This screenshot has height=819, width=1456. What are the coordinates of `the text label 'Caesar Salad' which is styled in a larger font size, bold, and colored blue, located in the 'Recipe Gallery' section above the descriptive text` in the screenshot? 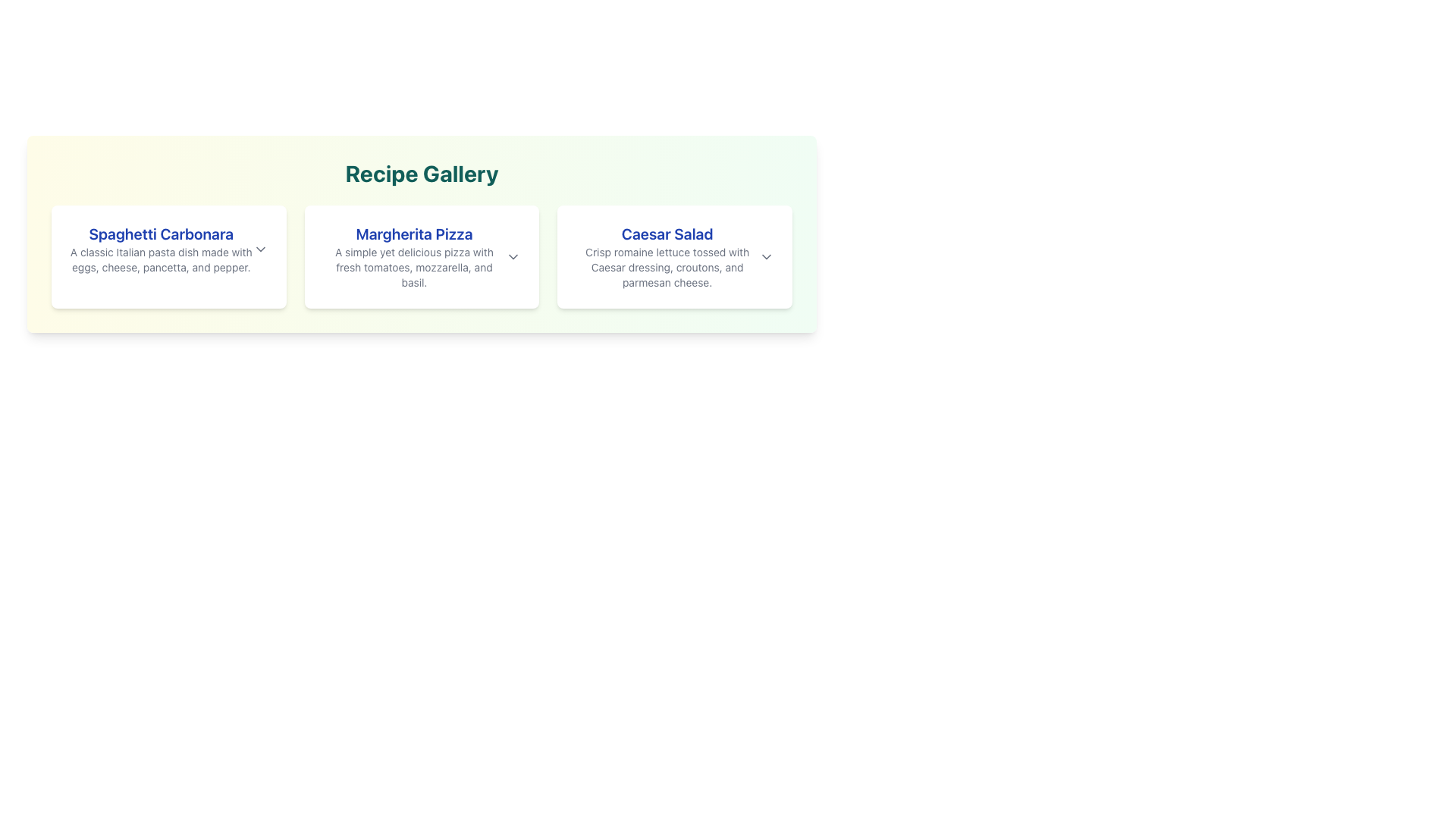 It's located at (667, 234).